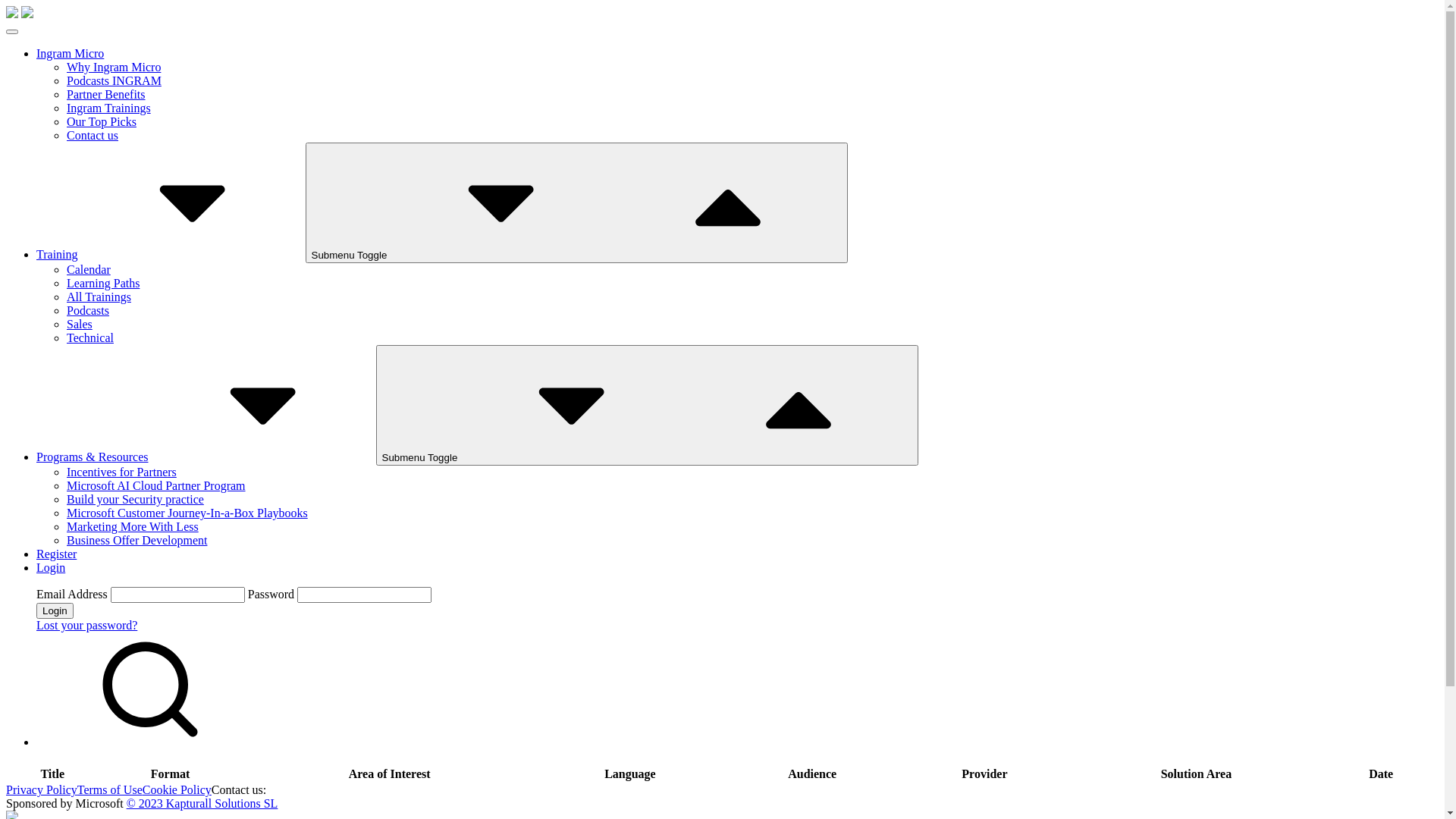 The height and width of the screenshot is (819, 1456). What do you see at coordinates (91, 134) in the screenshot?
I see `'Contact us'` at bounding box center [91, 134].